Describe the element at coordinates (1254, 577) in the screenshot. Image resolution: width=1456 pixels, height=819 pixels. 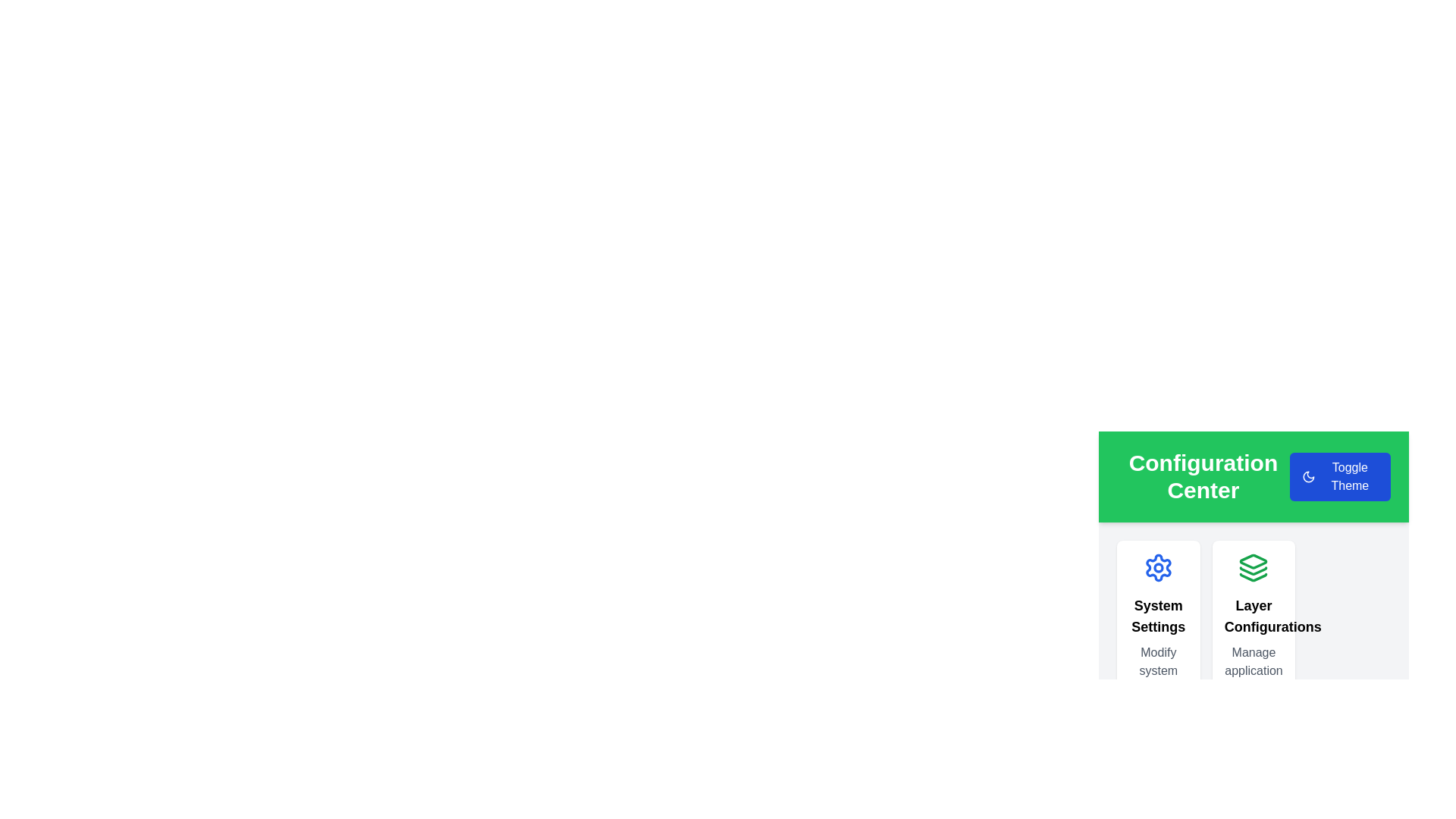
I see `the third graphical icon component (SVG) in the 'Layer Configurations' section of the 'Configuration Center' header` at that location.